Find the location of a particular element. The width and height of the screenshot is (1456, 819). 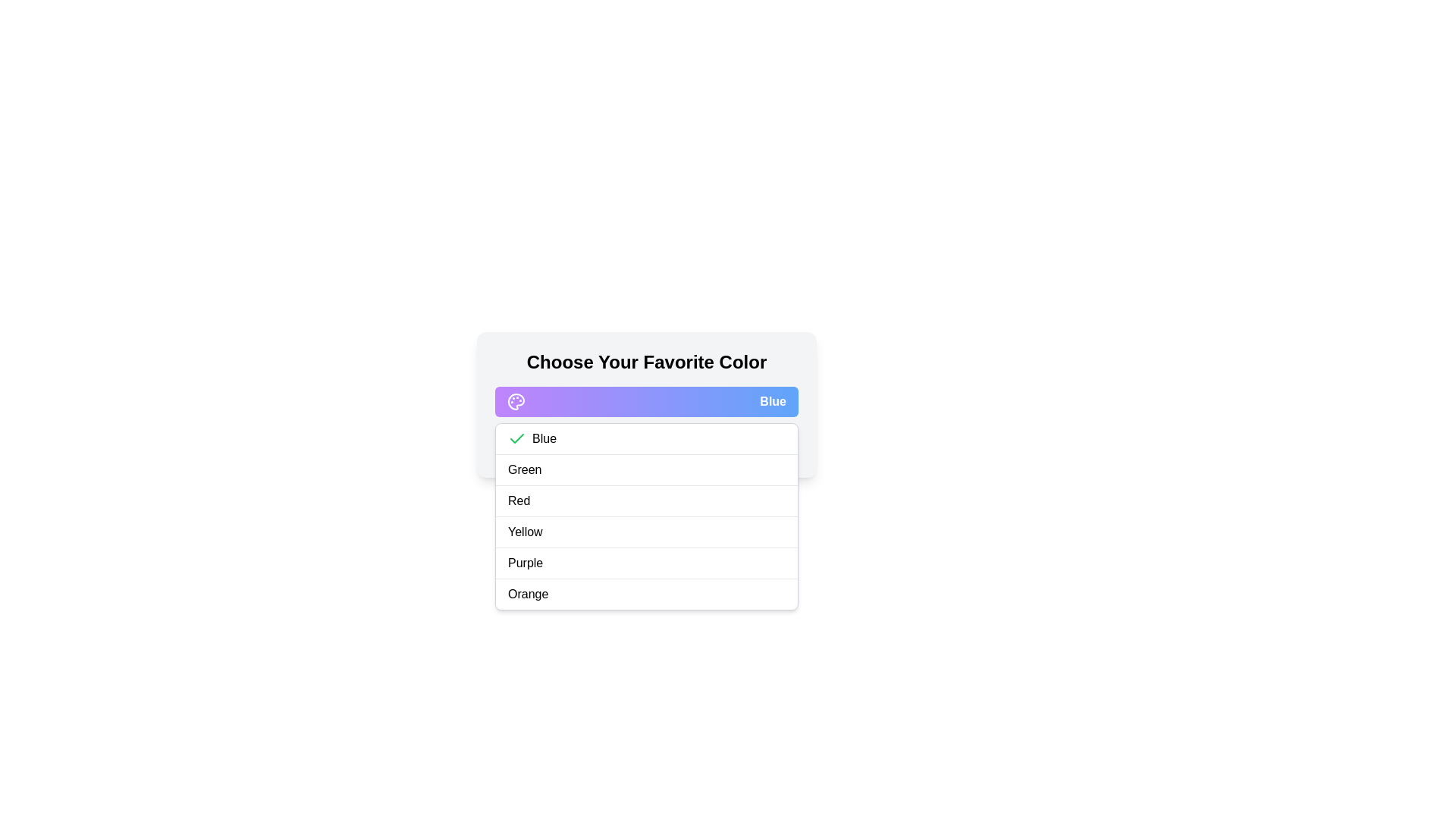

the decorative icon representing the color selection section, located to the left of the title 'Choose Your Favorite Color' is located at coordinates (516, 400).